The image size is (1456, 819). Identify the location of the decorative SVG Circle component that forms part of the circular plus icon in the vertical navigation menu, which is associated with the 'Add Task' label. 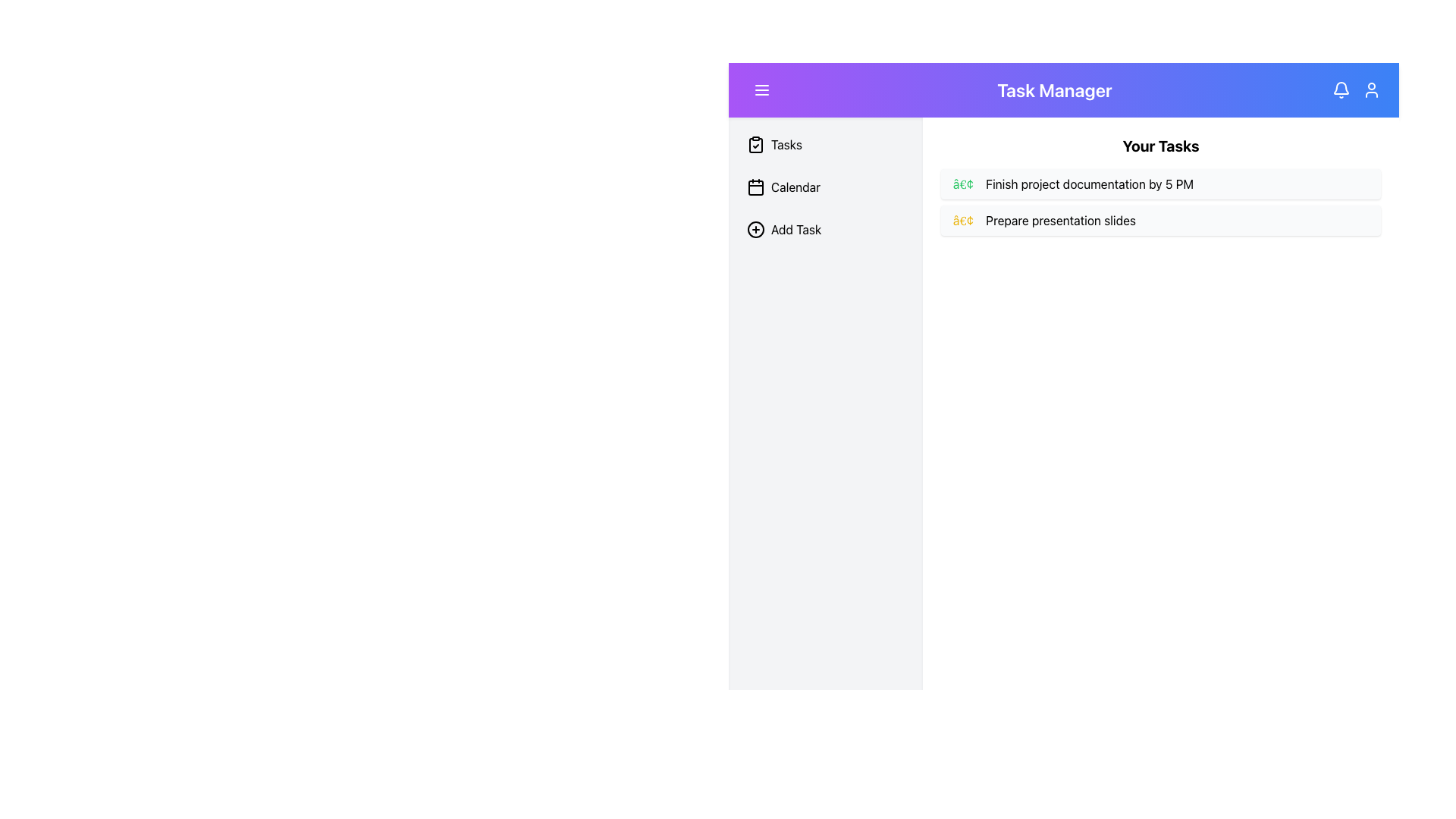
(756, 230).